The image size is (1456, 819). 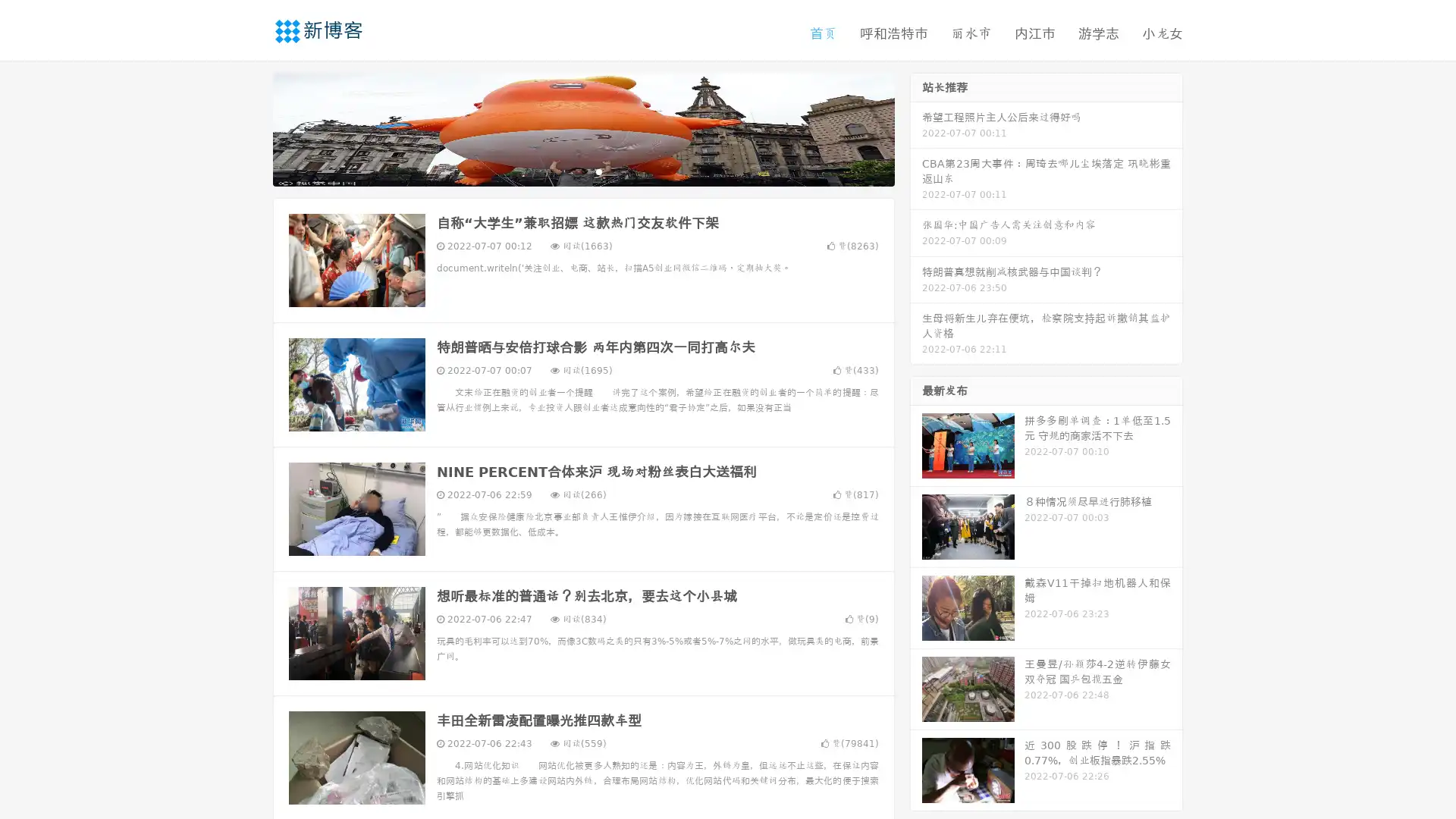 I want to click on Go to slide 1, so click(x=567, y=171).